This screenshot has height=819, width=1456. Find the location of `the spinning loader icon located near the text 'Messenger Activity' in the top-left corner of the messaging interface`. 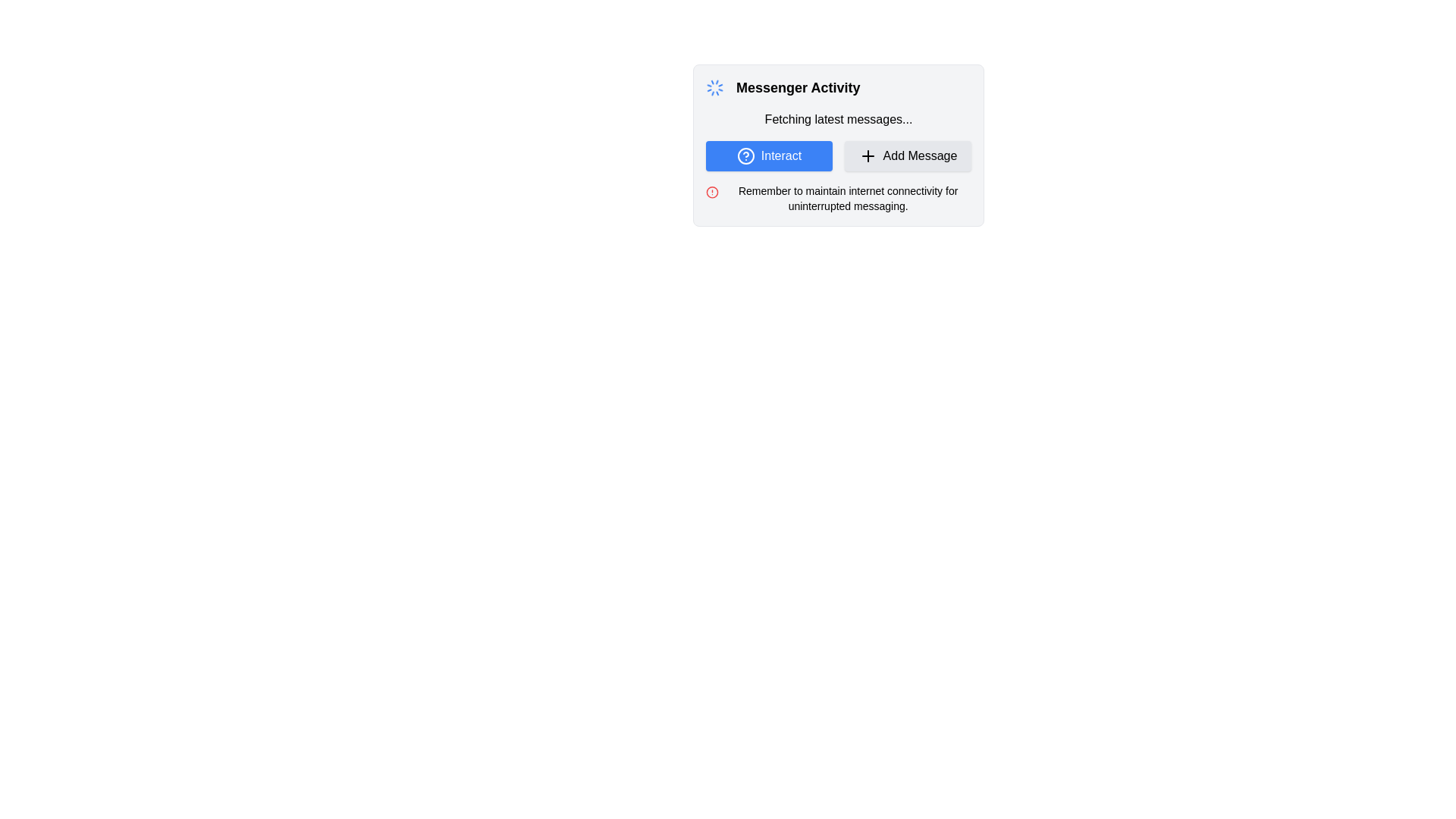

the spinning loader icon located near the text 'Messenger Activity' in the top-left corner of the messaging interface is located at coordinates (714, 87).